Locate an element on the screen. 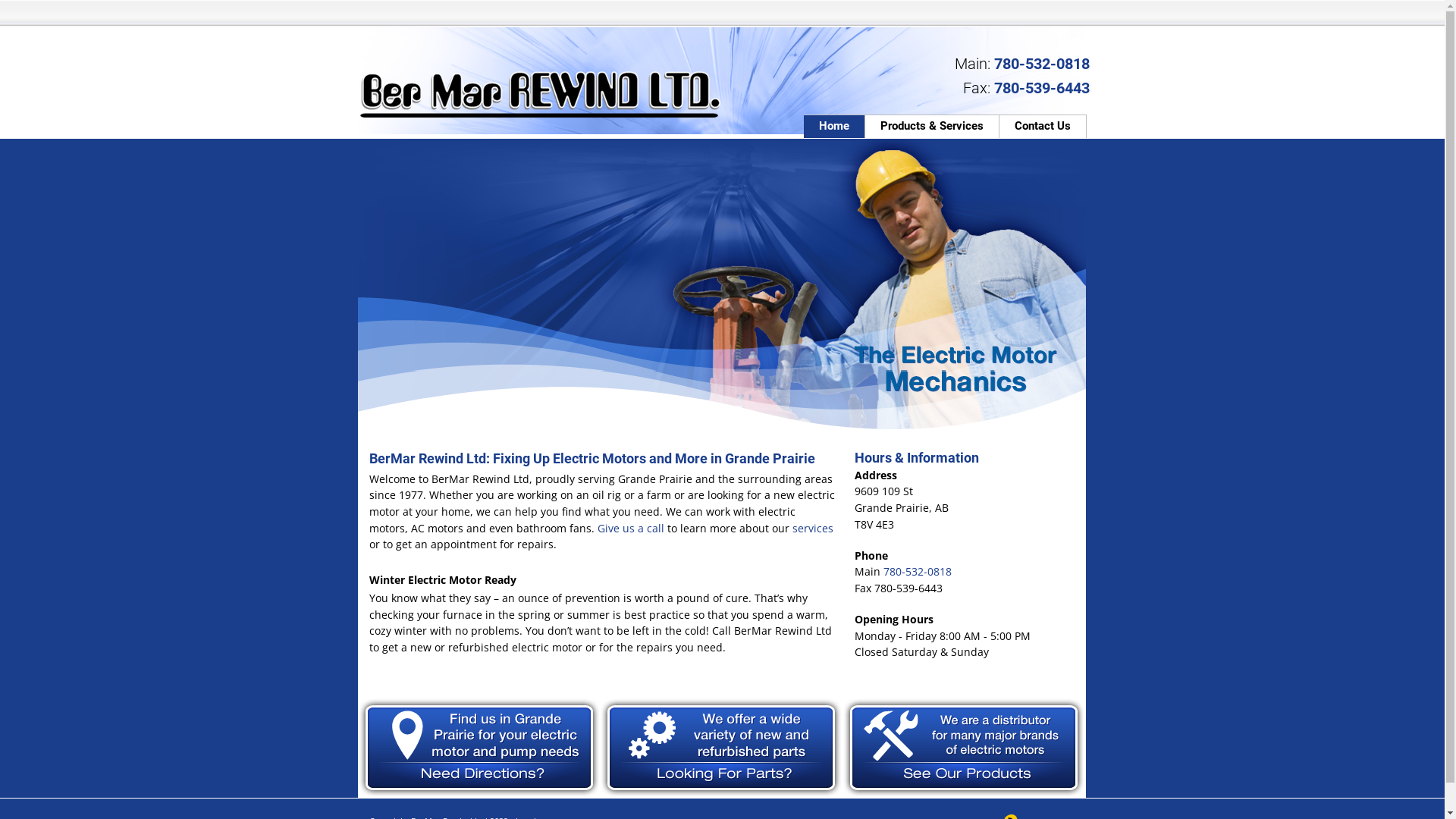 The image size is (1456, 819). 'services' is located at coordinates (810, 527).